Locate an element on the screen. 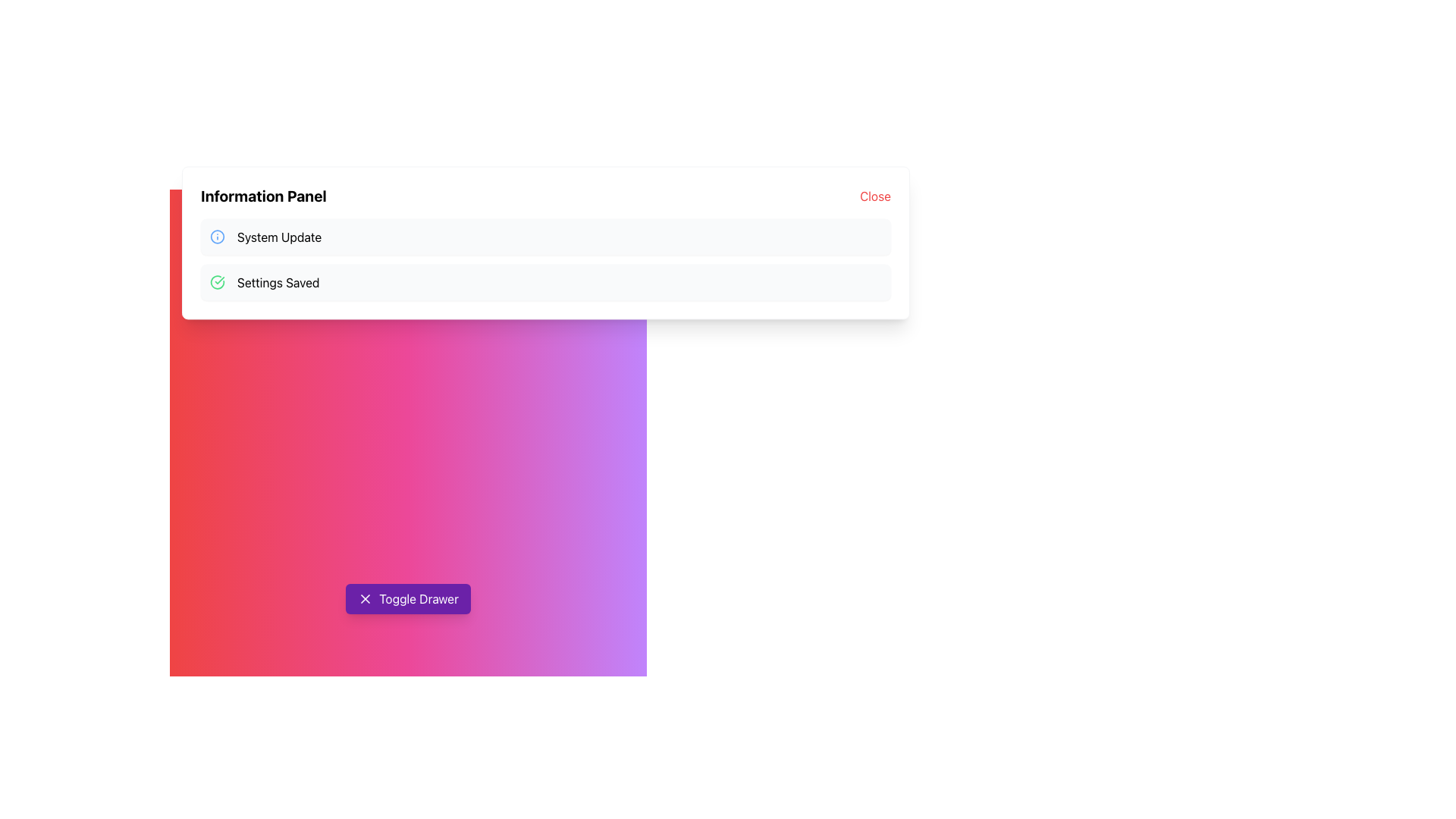  the Notification Banner that indicates settings have been successfully saved, located below the 'System Update' notification in a vertical list is located at coordinates (546, 282).